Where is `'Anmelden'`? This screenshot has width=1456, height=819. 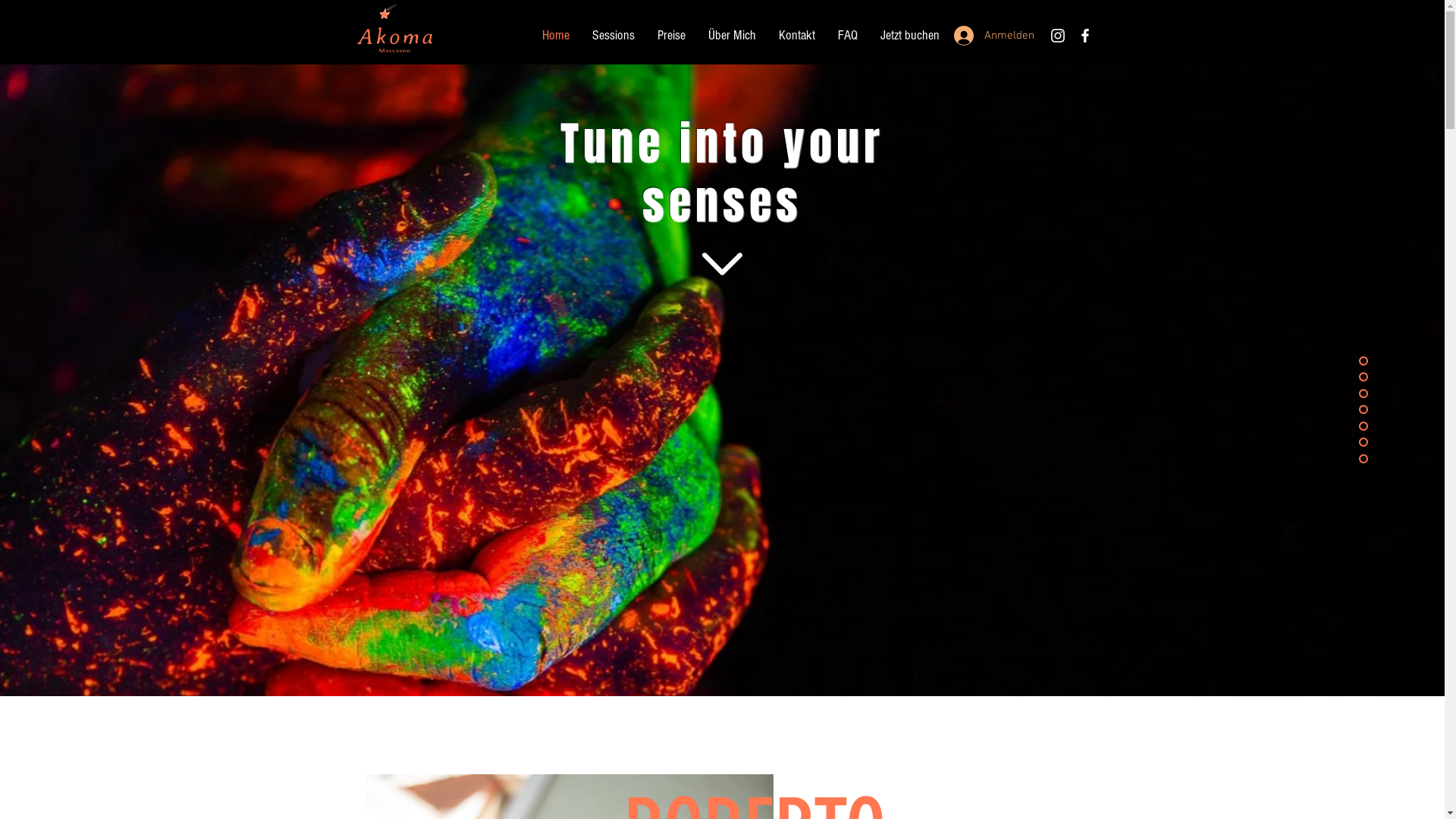
'Anmelden' is located at coordinates (989, 34).